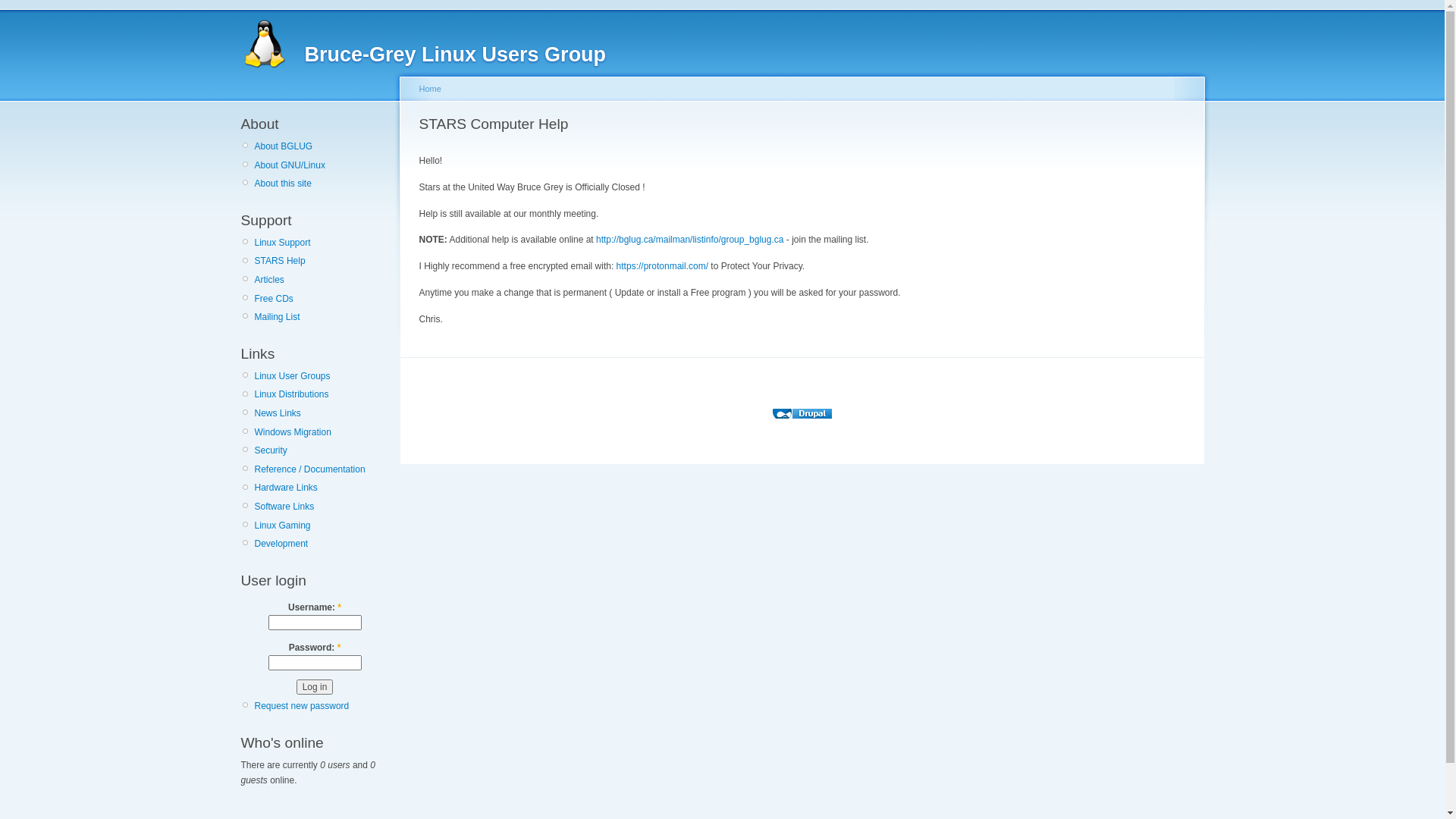 This screenshot has height=819, width=1456. Describe the element at coordinates (801, 413) in the screenshot. I see `'Powered by Drupal, an open source content management system'` at that location.